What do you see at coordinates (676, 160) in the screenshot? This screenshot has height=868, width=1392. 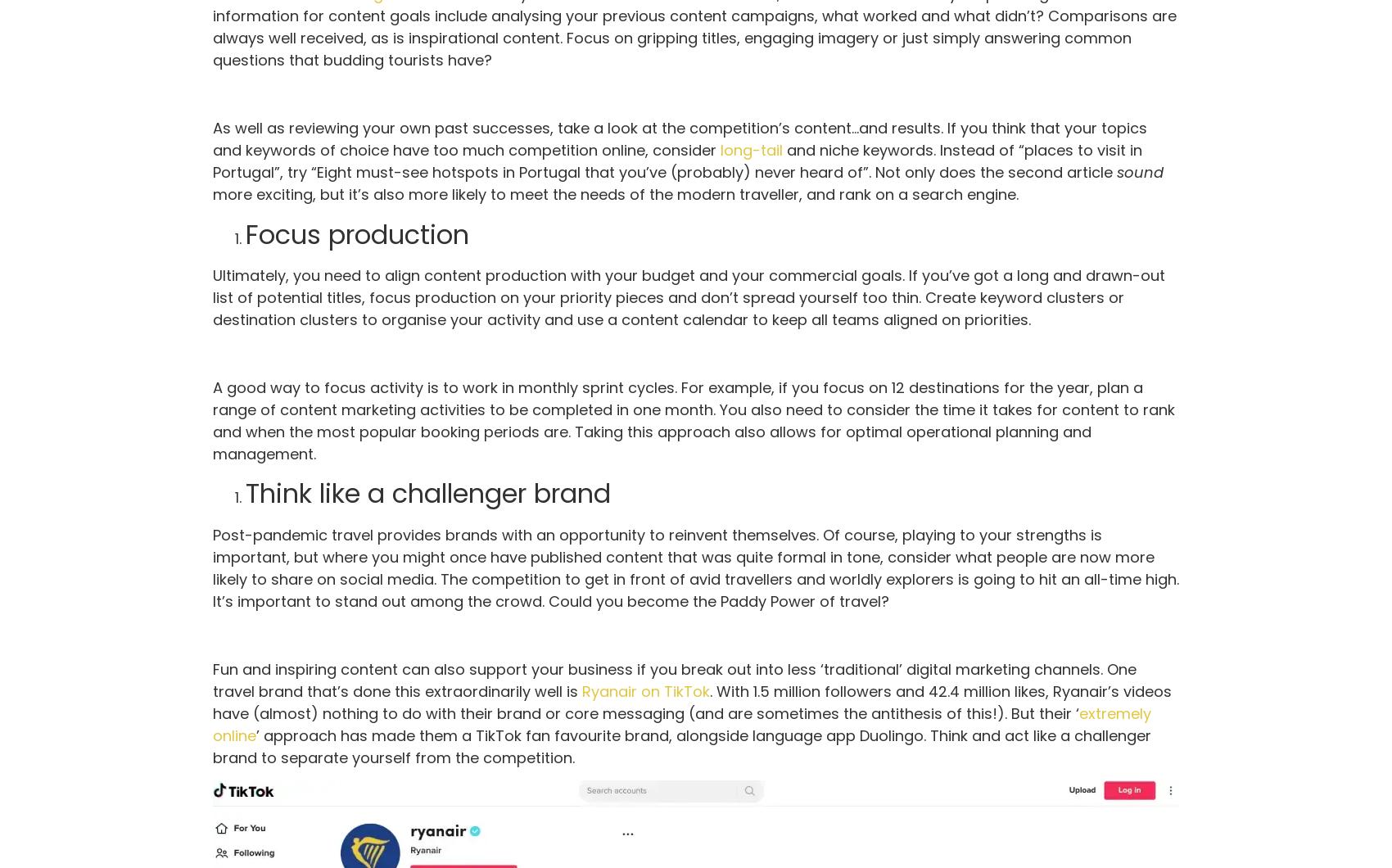 I see `'and niche keywords. Instead of “places to visit in Portugal”, try “Eight must-see hotspots in Portugal that you’ve (probably) never heard of”. Not only does the second article'` at bounding box center [676, 160].